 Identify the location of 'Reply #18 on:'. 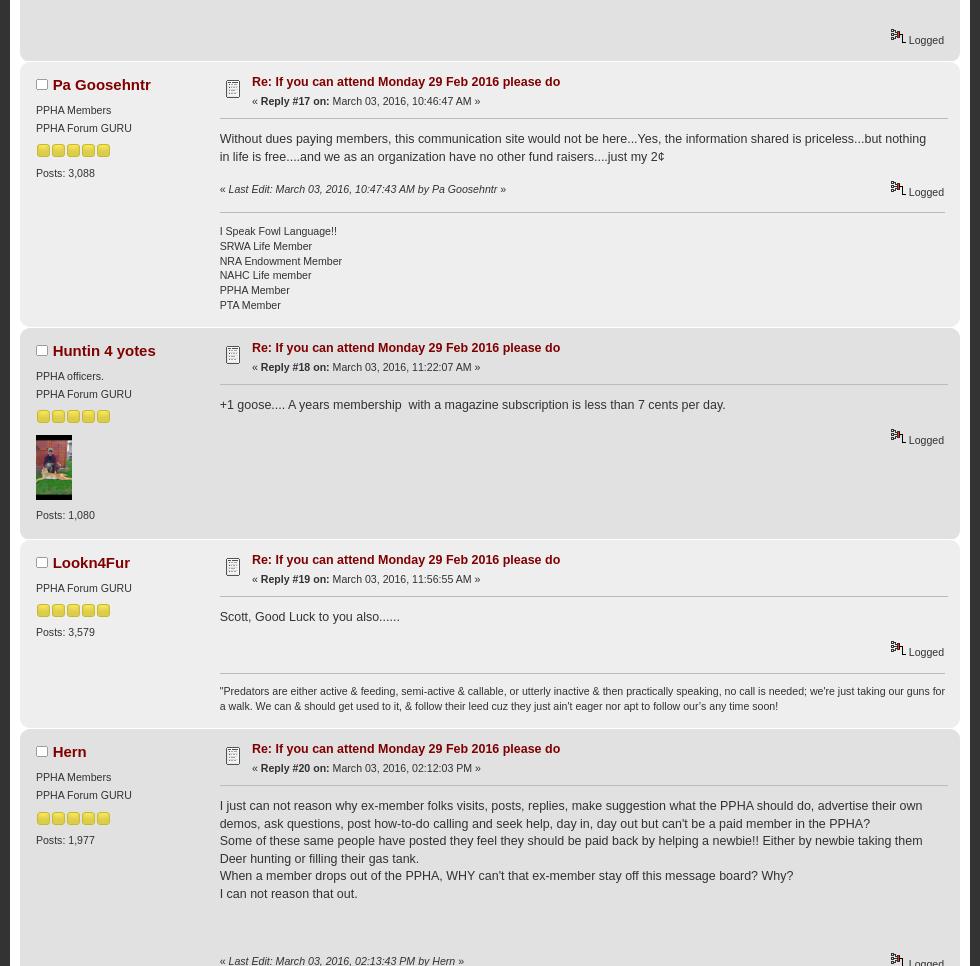
(259, 365).